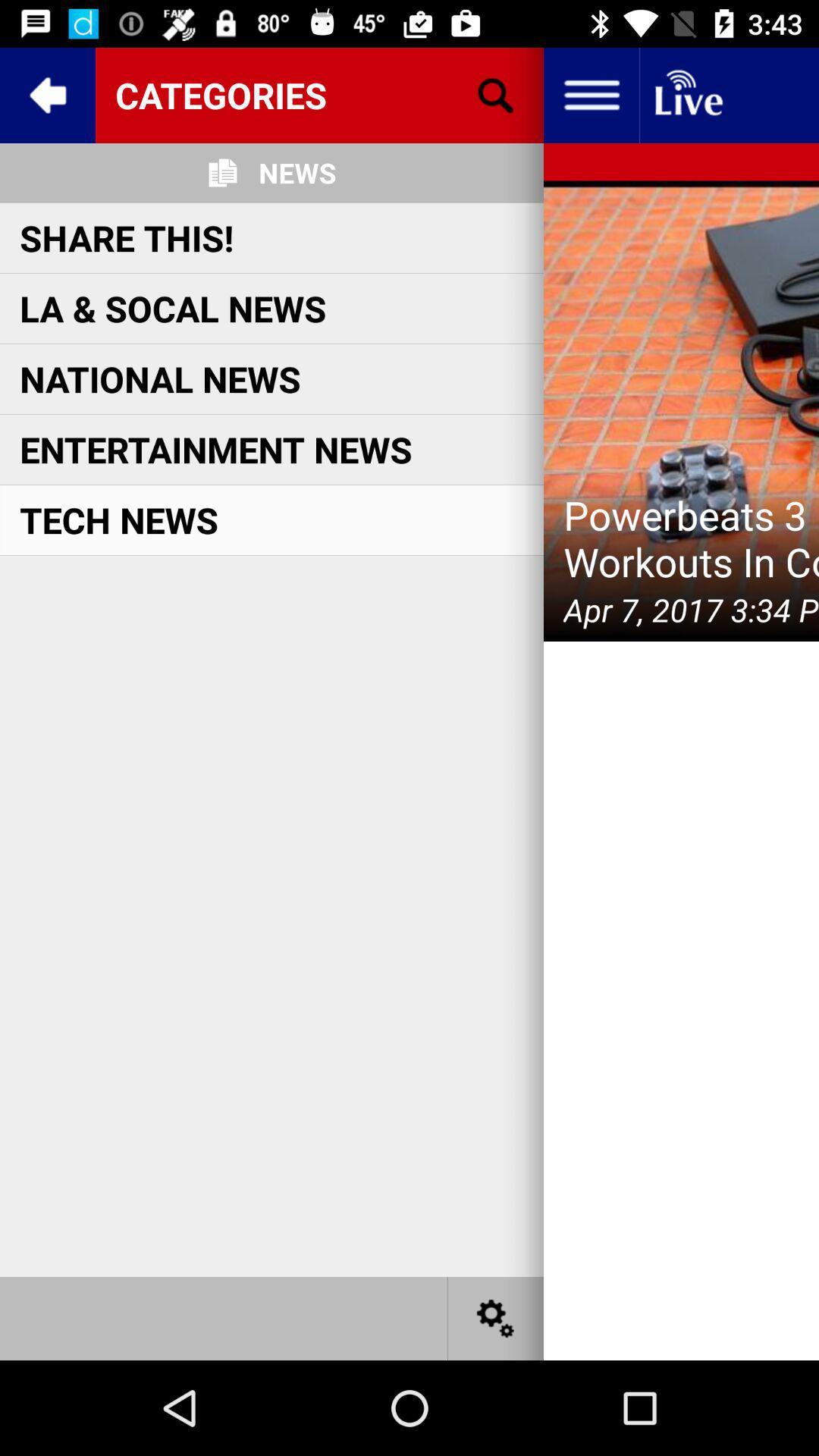 The height and width of the screenshot is (1456, 819). What do you see at coordinates (590, 94) in the screenshot?
I see `the menu icon` at bounding box center [590, 94].